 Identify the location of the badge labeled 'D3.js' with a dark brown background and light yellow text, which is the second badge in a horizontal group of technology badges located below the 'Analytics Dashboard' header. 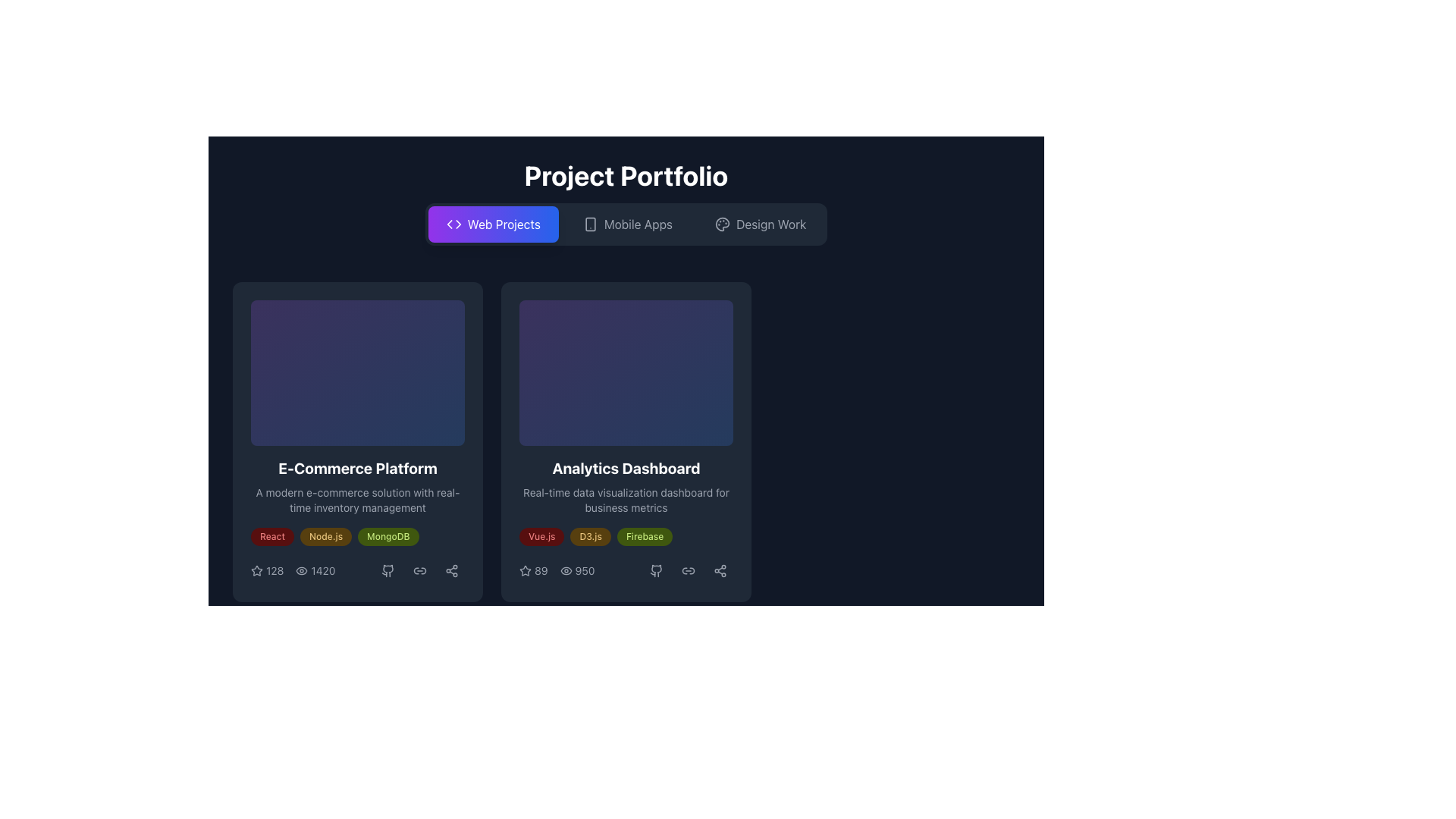
(590, 536).